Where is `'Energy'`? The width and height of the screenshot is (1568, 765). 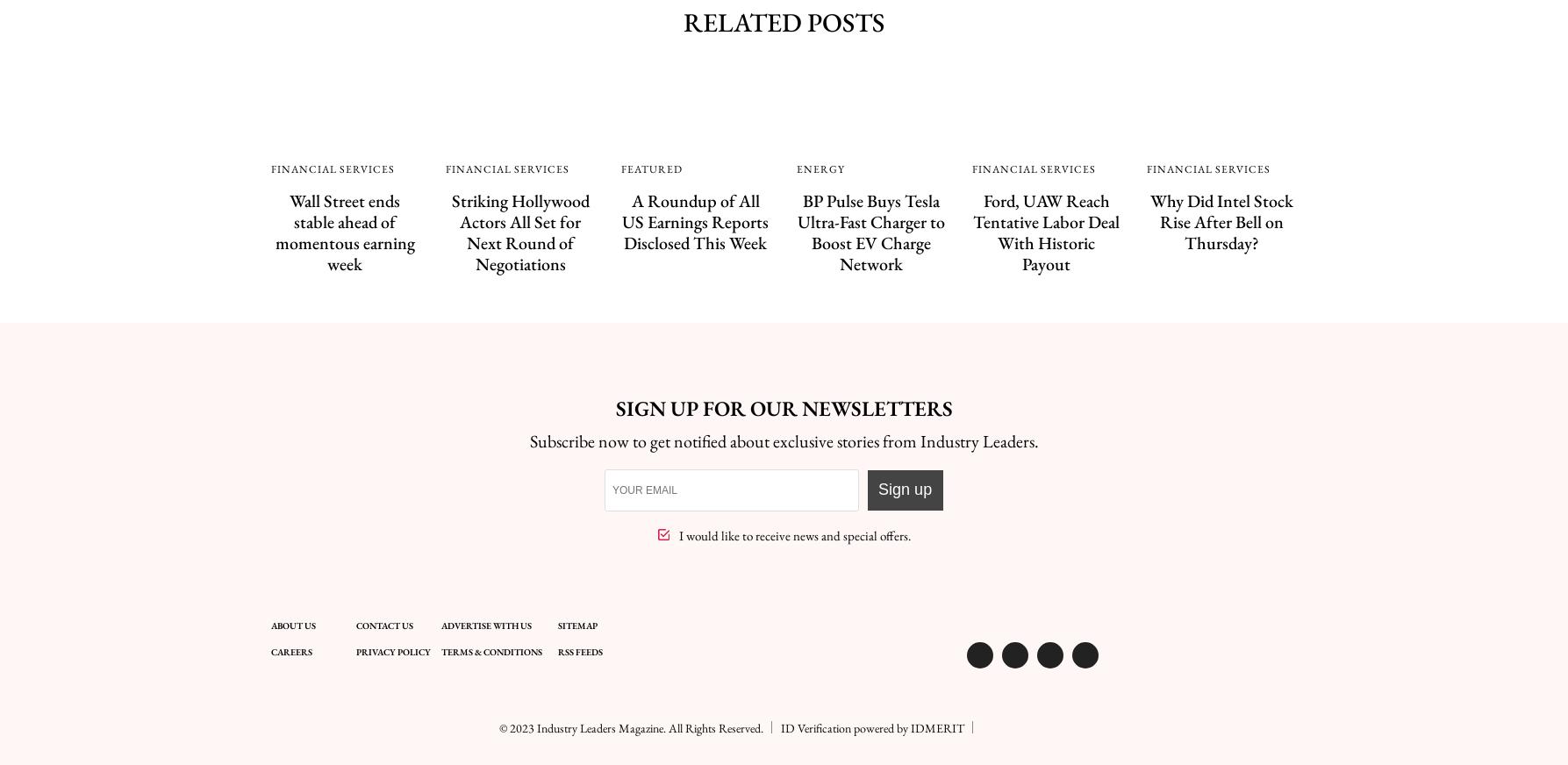 'Energy' is located at coordinates (819, 168).